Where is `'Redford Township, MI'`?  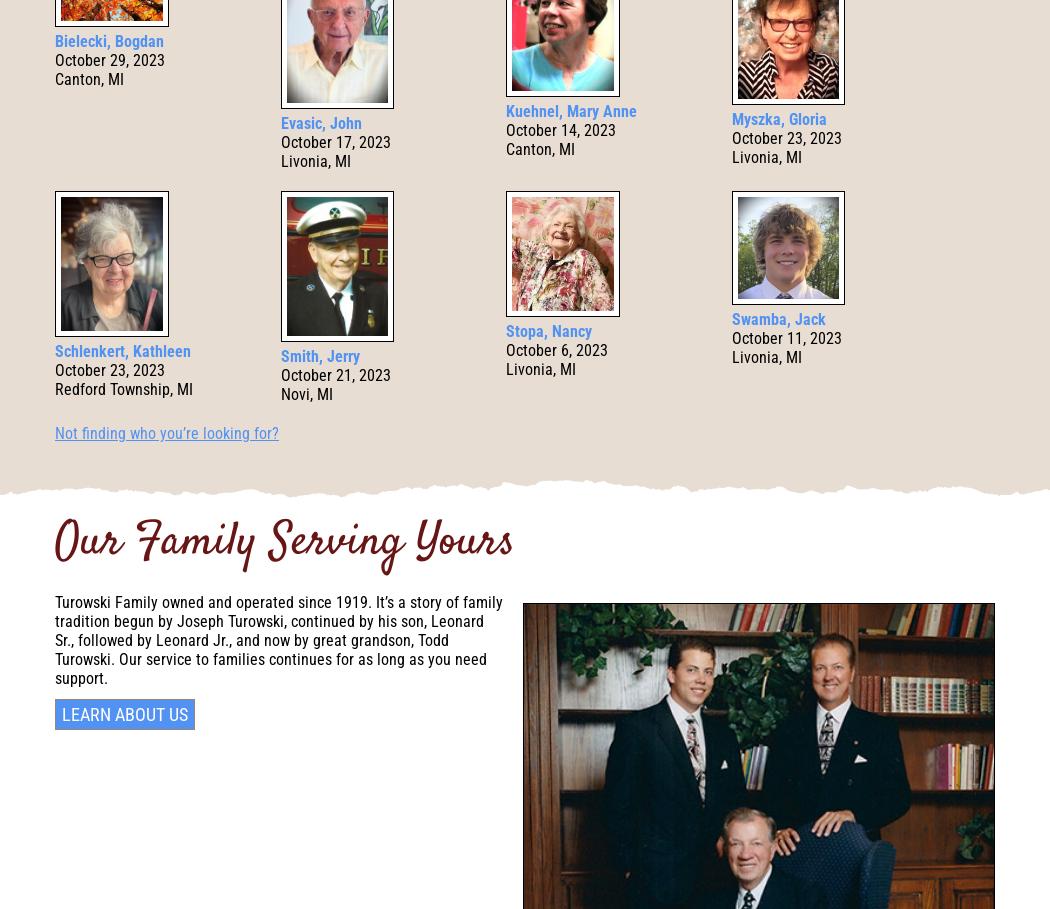
'Redford Township, MI' is located at coordinates (123, 389).